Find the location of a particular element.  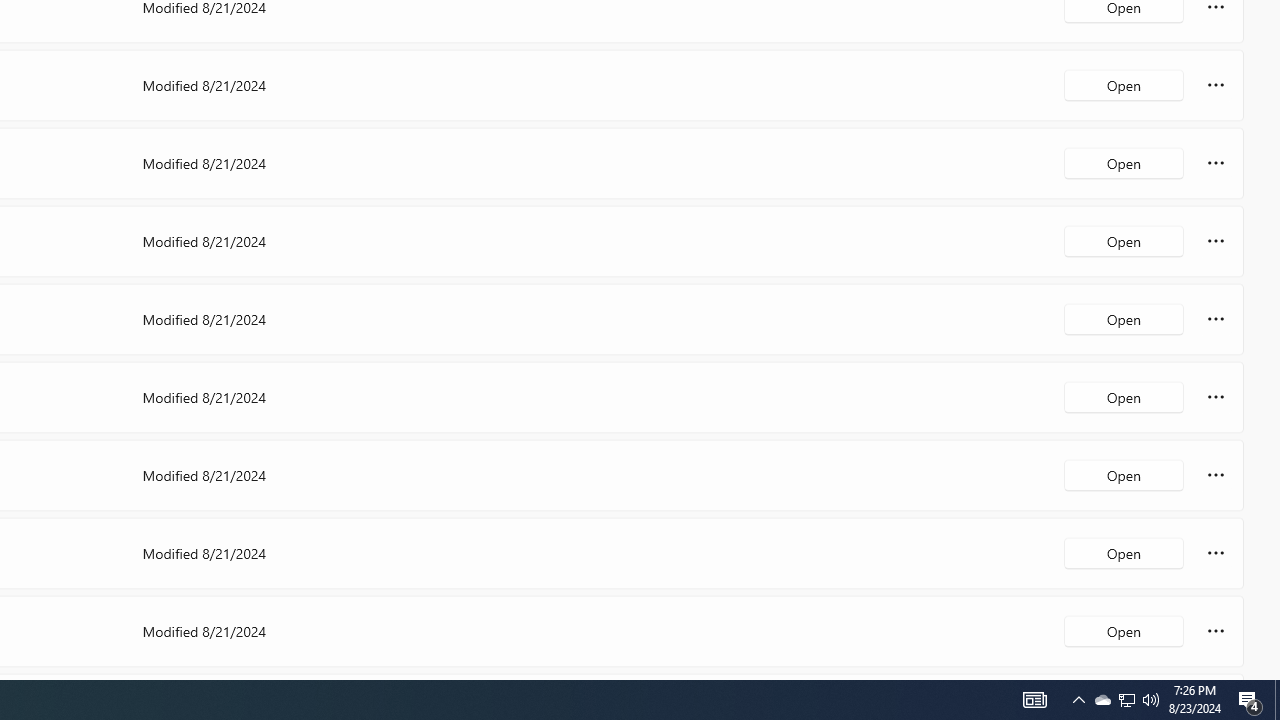

'Vertical Small Increase' is located at coordinates (1271, 672).